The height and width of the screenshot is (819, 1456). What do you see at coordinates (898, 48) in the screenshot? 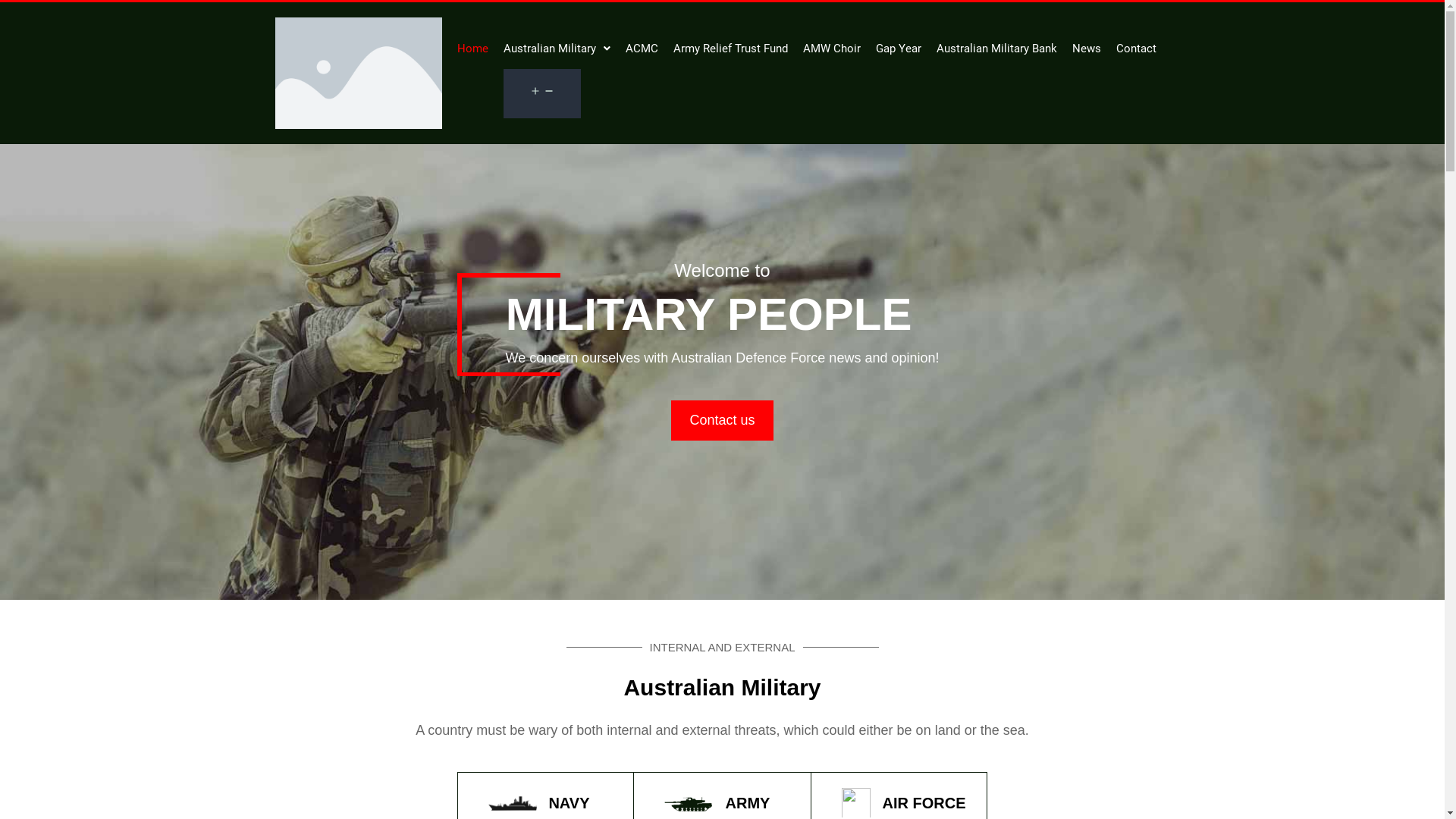
I see `'Gap Year'` at bounding box center [898, 48].